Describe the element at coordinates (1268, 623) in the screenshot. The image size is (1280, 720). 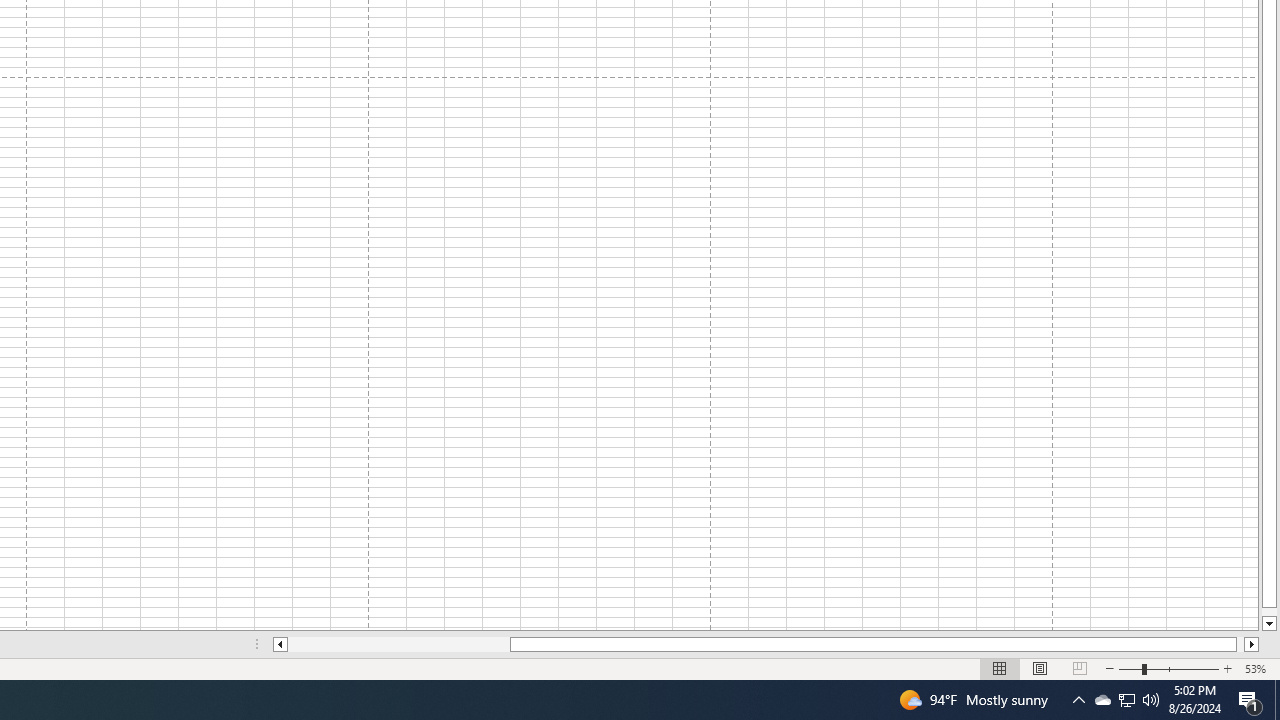
I see `'Line down'` at that location.